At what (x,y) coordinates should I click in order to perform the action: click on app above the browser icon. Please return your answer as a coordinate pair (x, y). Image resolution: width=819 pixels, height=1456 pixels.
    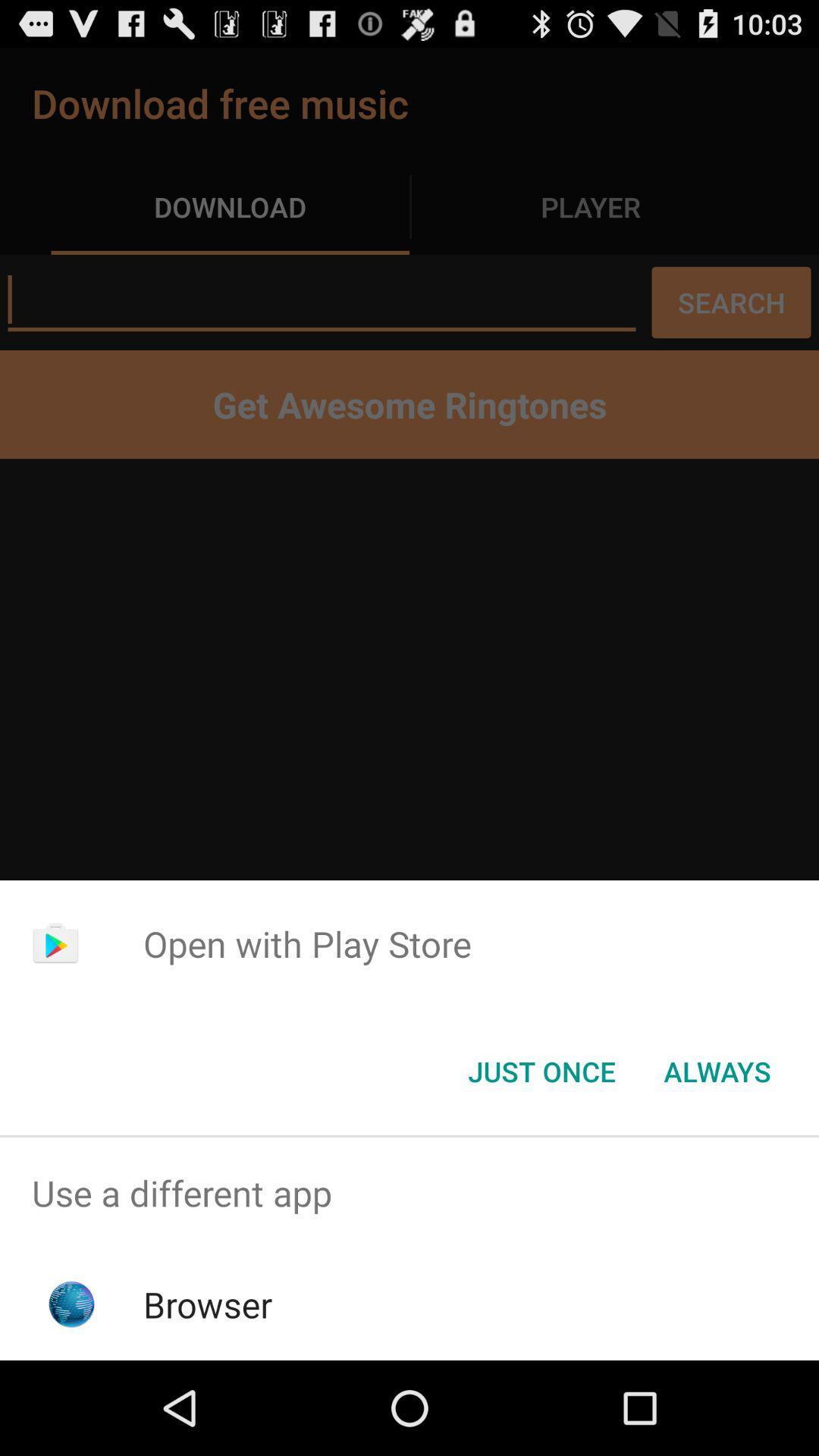
    Looking at the image, I should click on (409, 1192).